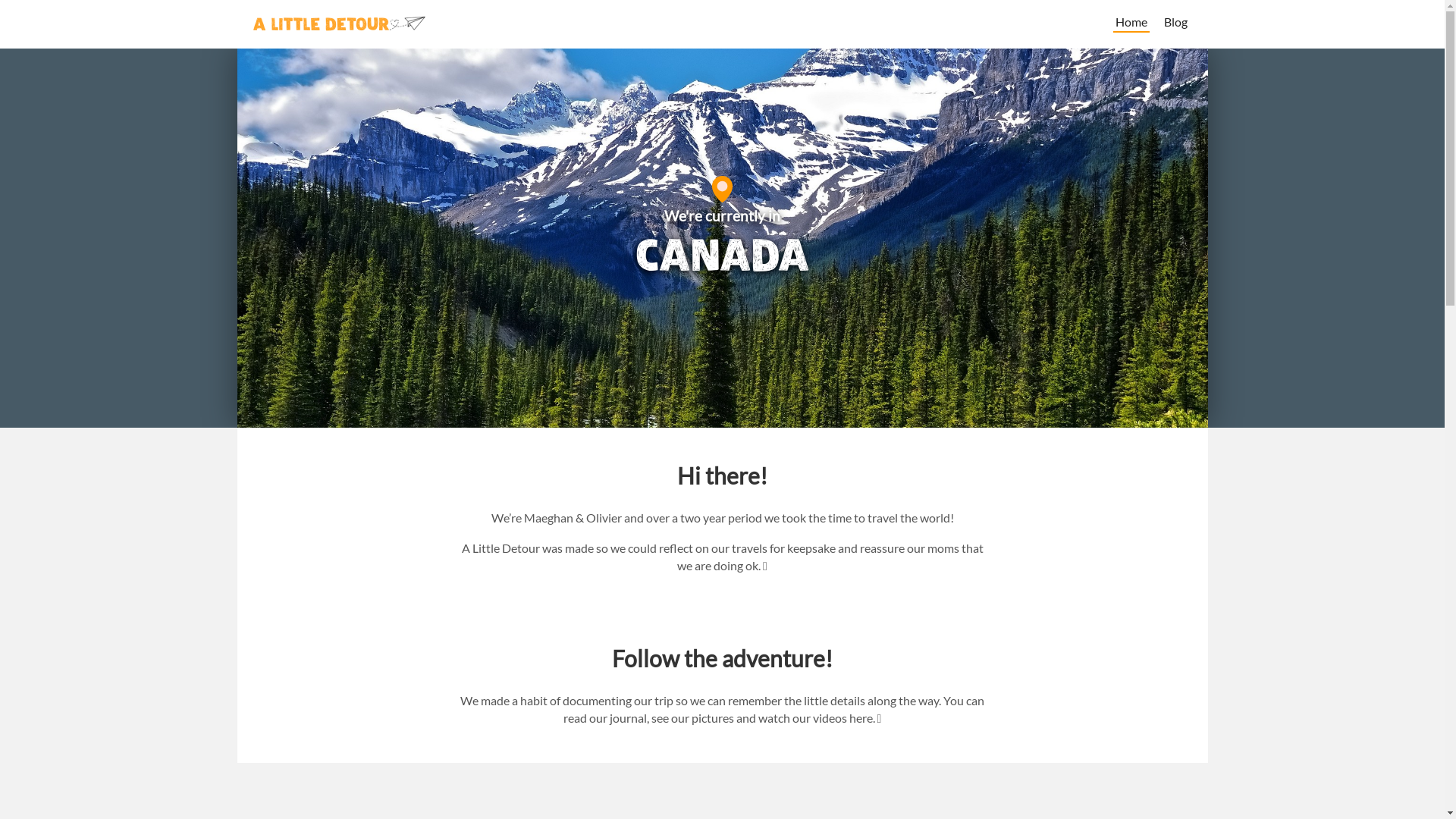 This screenshot has width=1456, height=819. What do you see at coordinates (1175, 23) in the screenshot?
I see `'Blog'` at bounding box center [1175, 23].